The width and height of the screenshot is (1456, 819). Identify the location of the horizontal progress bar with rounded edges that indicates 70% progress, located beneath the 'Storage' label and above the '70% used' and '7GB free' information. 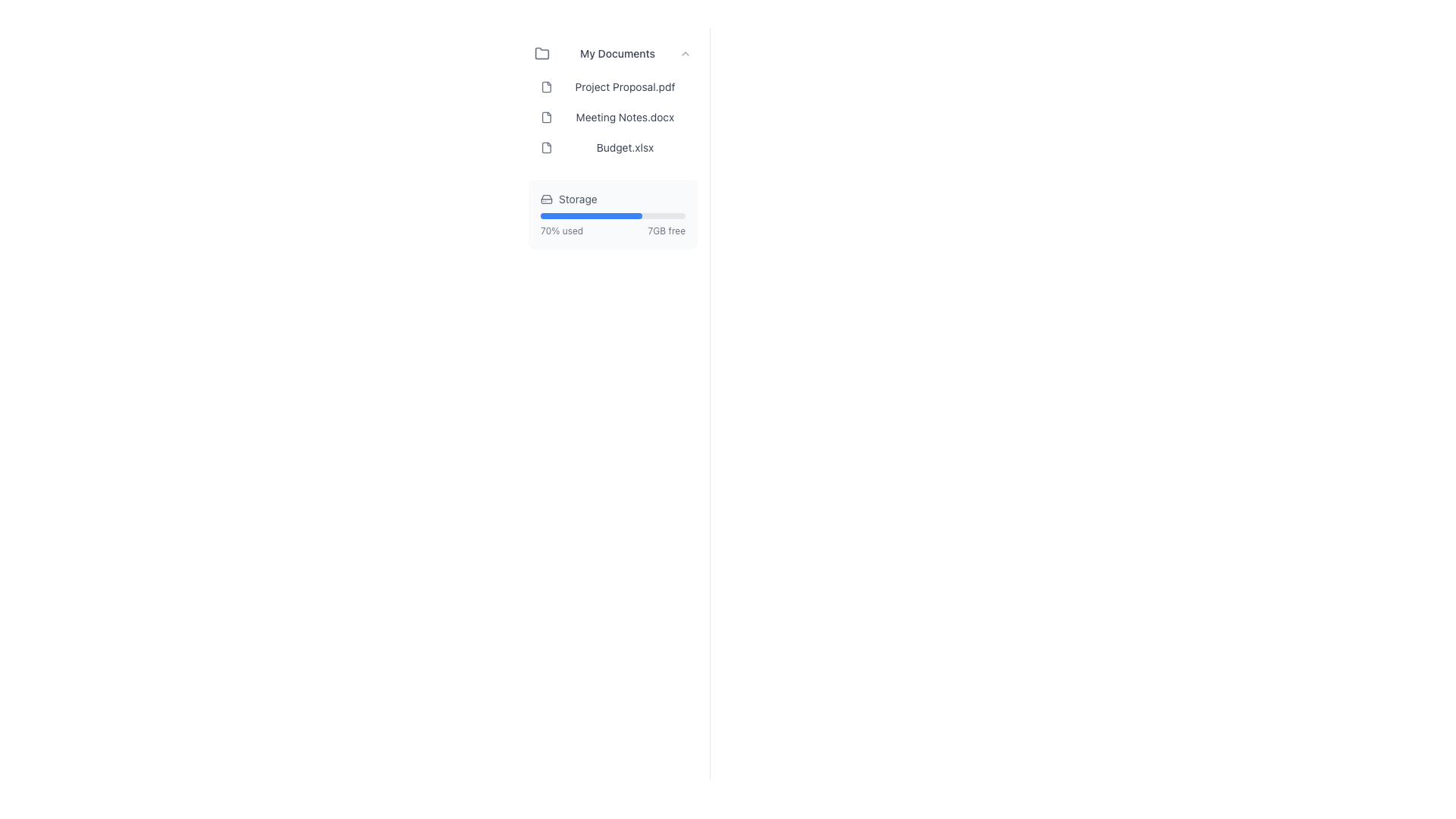
(613, 216).